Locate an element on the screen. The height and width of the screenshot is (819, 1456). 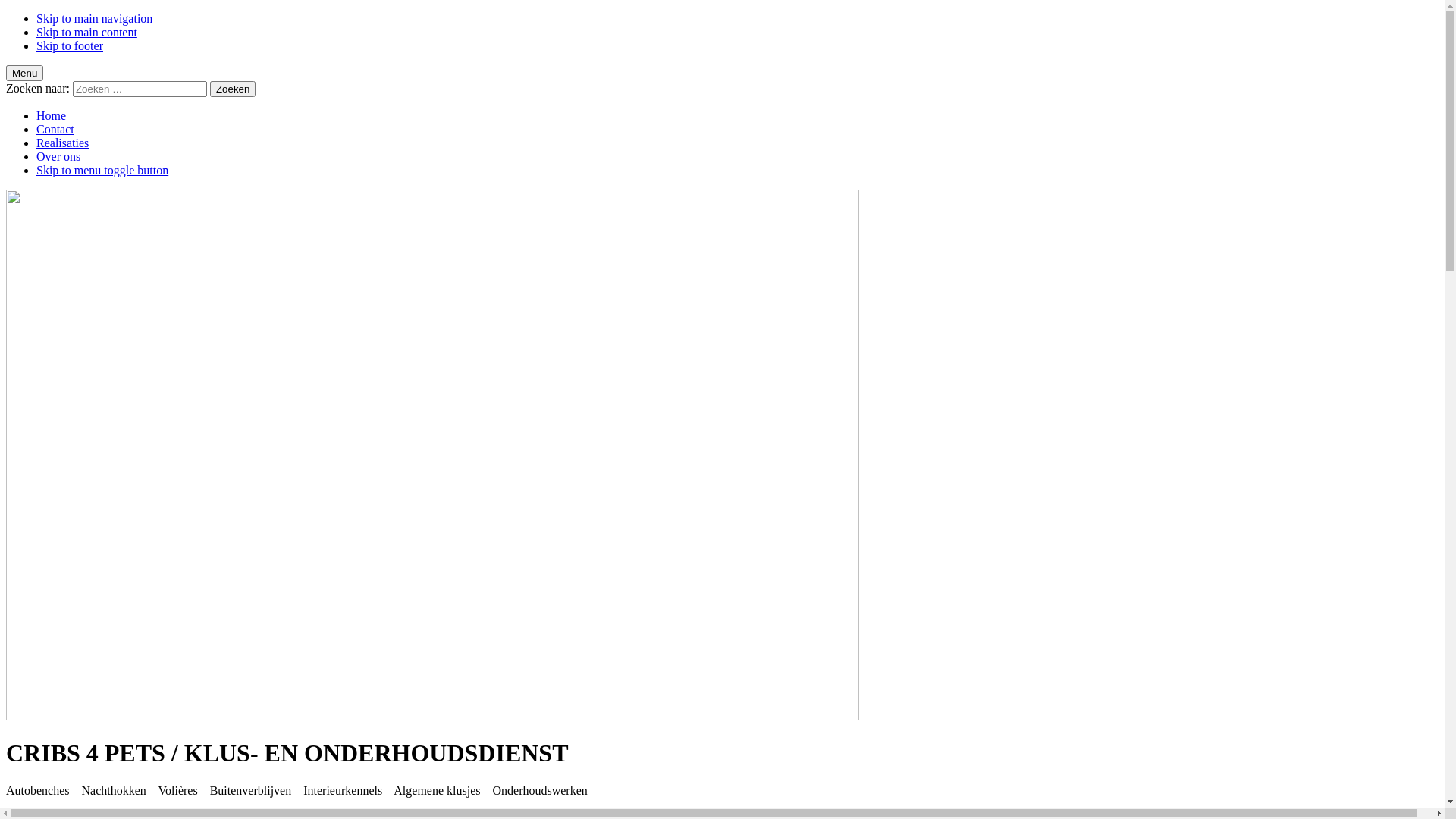
'Over ons' is located at coordinates (58, 156).